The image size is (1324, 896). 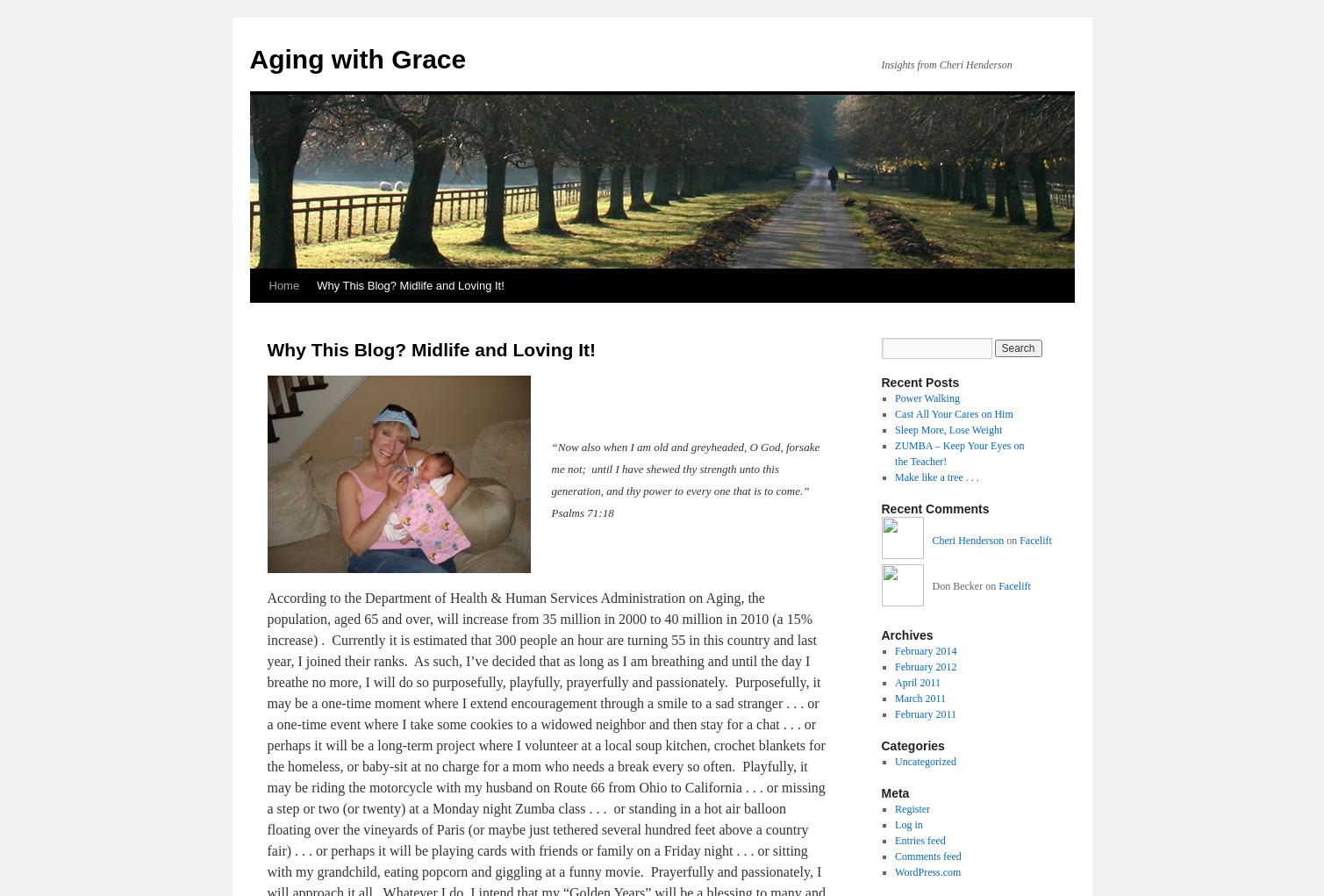 I want to click on 'Meta', so click(x=894, y=791).